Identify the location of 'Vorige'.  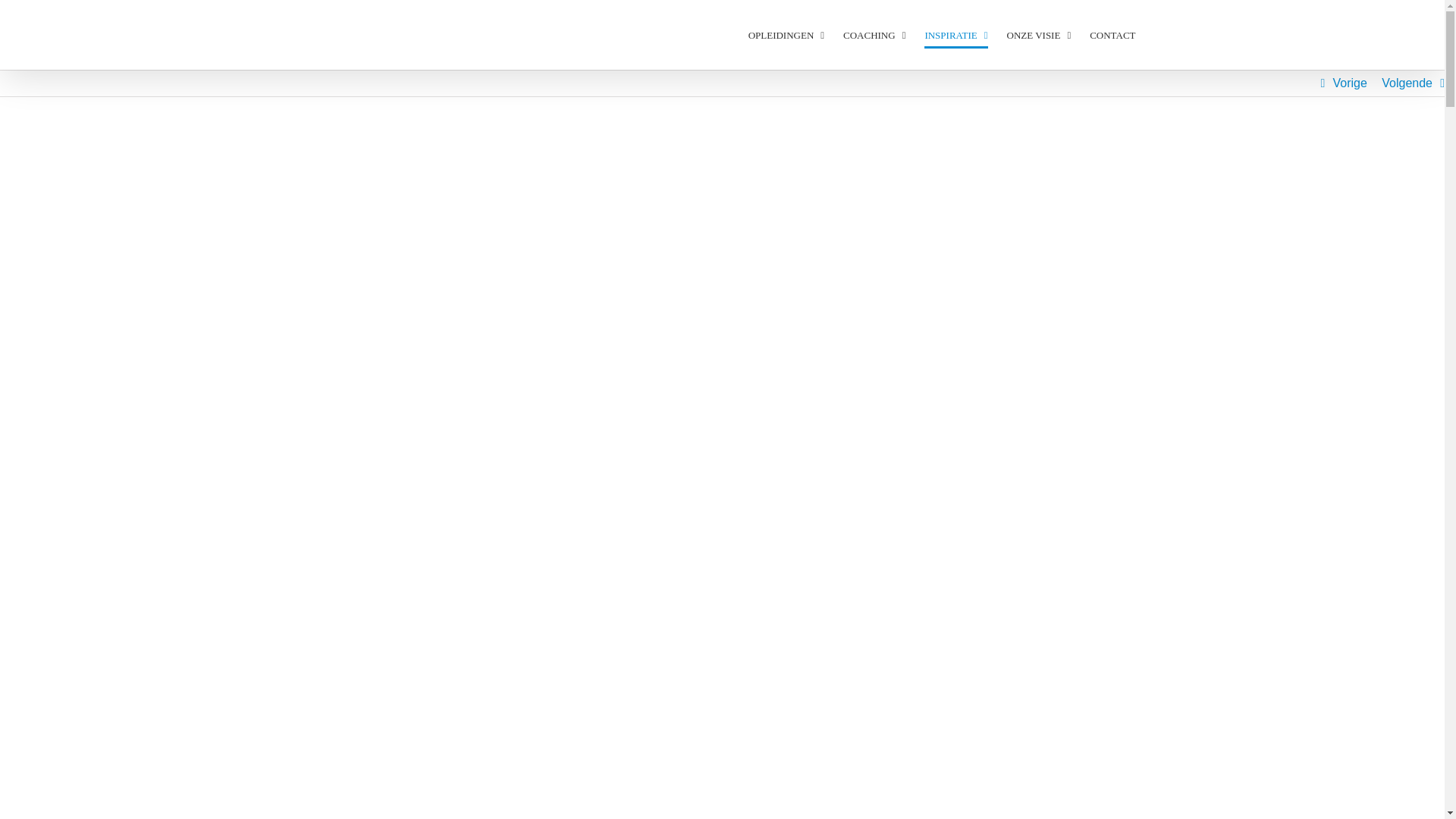
(1349, 83).